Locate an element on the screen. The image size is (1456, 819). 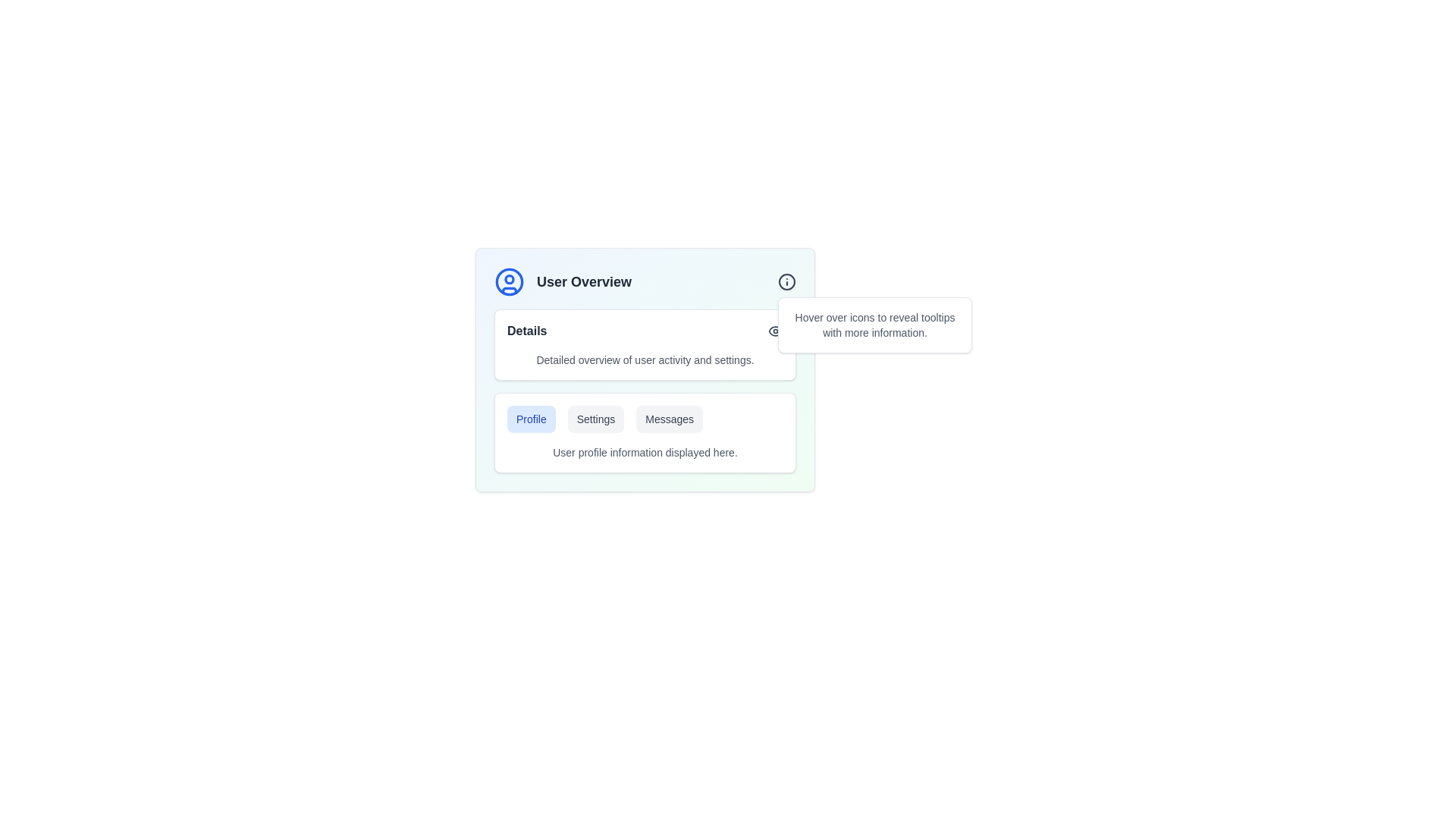
the navigational button for the profile section, which is the leftmost button in the horizontal arrangement of three buttons is located at coordinates (531, 419).